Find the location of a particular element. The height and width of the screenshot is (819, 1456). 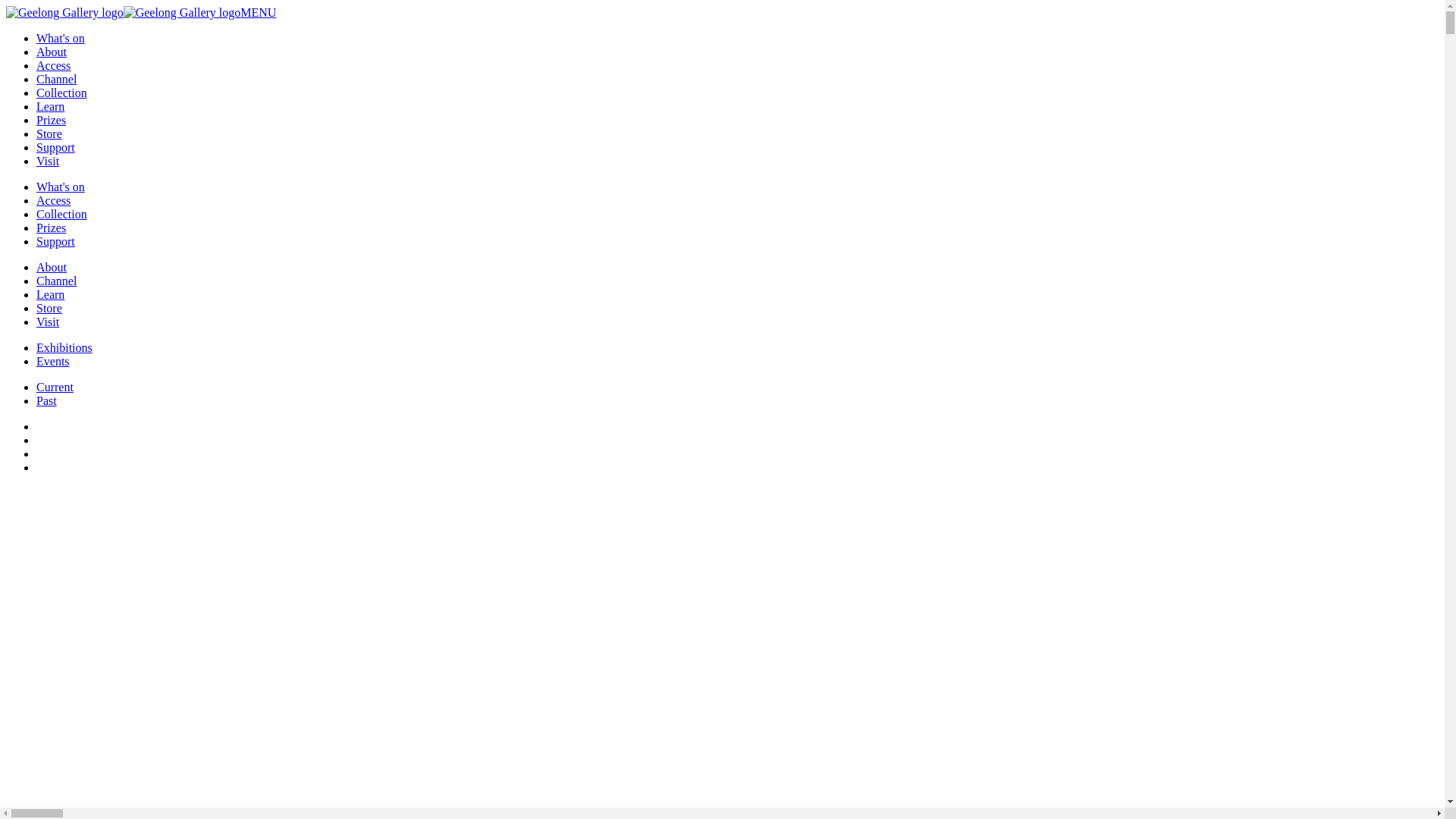

'Collection' is located at coordinates (36, 93).